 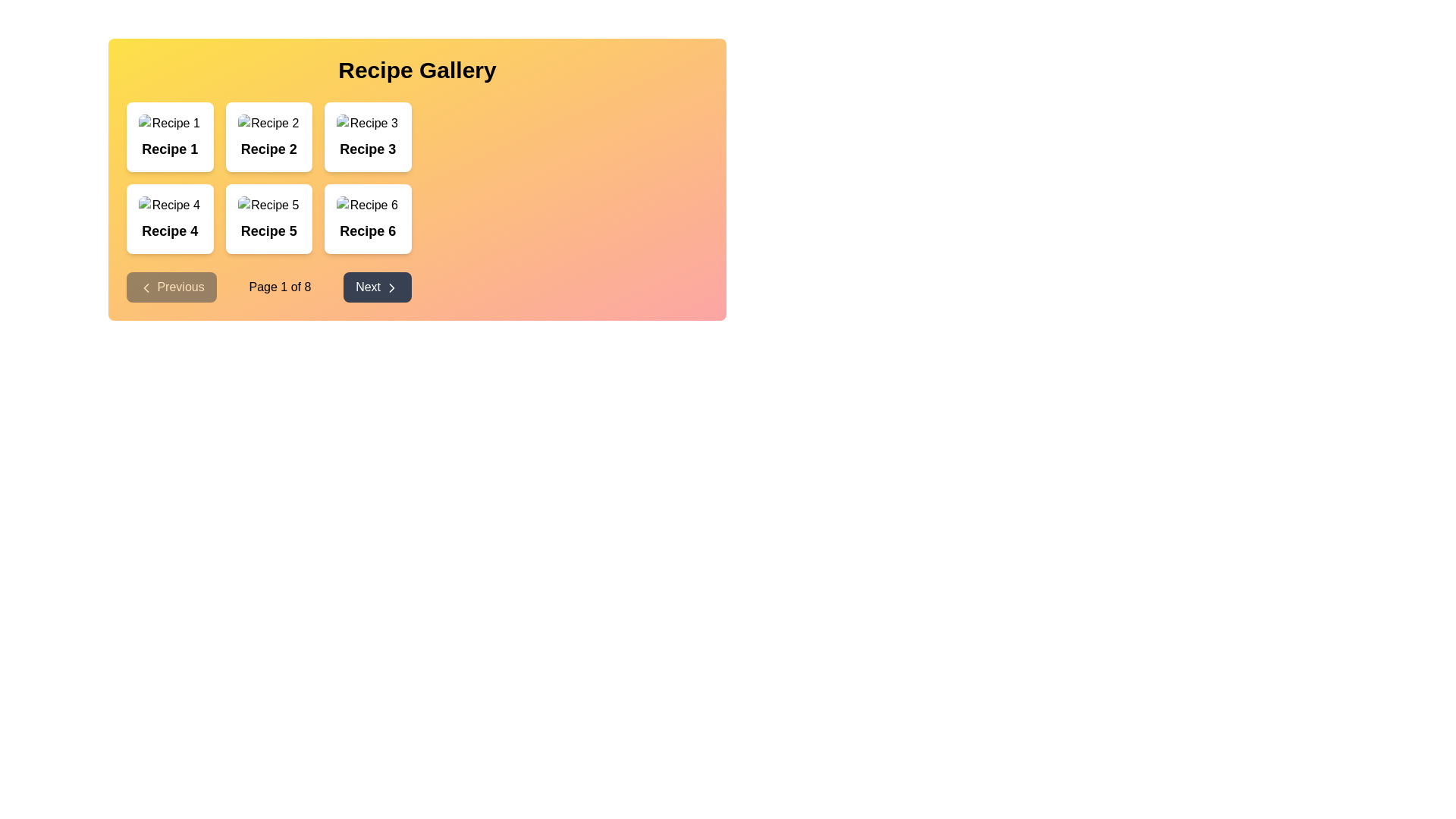 I want to click on the static text label displaying 'Page 1 of 8' located in the pagination control at the bottom of the recipe gallery, so click(x=280, y=287).